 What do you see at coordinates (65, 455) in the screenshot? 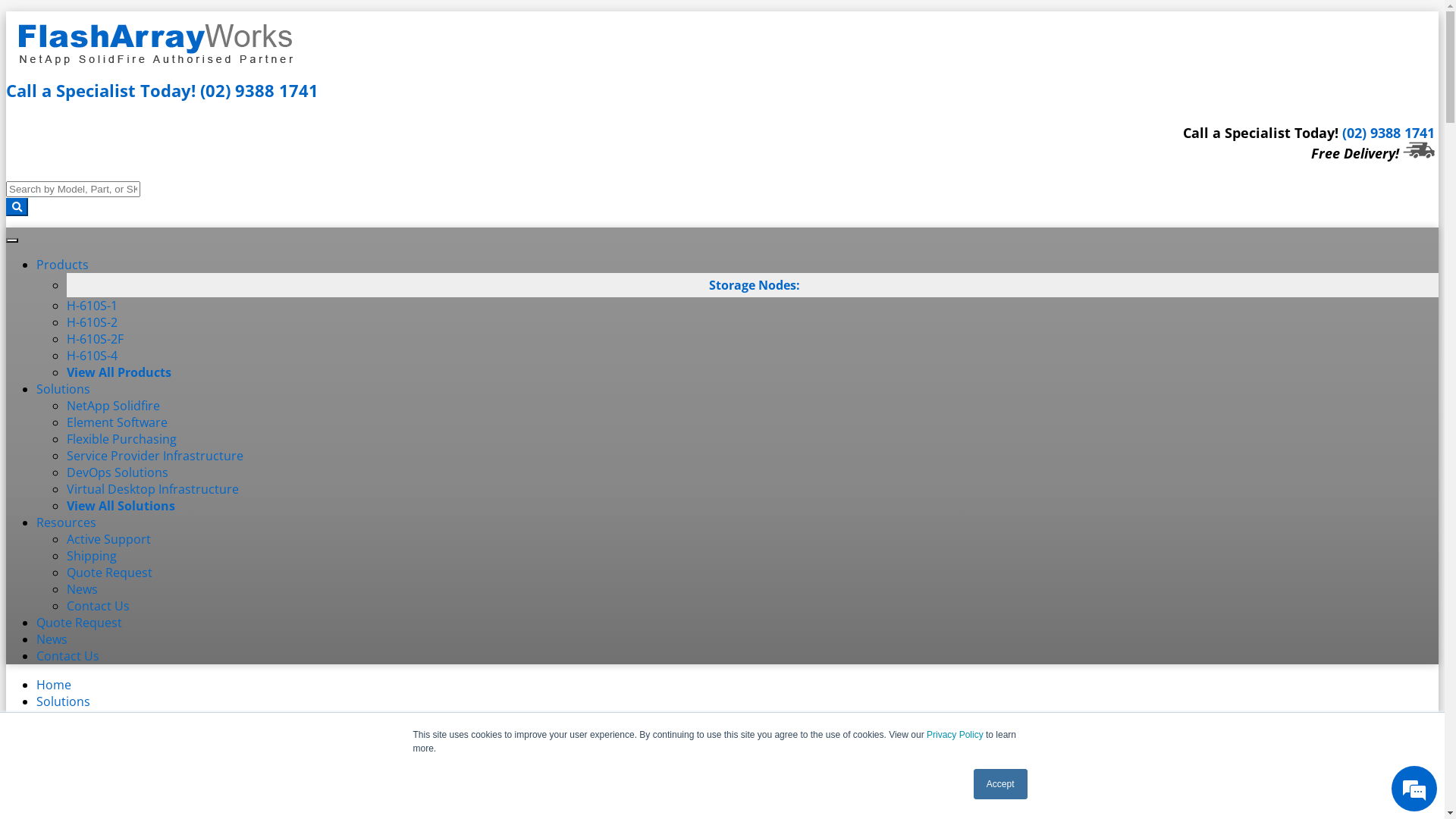
I see `'Service Provider Infrastructure'` at bounding box center [65, 455].